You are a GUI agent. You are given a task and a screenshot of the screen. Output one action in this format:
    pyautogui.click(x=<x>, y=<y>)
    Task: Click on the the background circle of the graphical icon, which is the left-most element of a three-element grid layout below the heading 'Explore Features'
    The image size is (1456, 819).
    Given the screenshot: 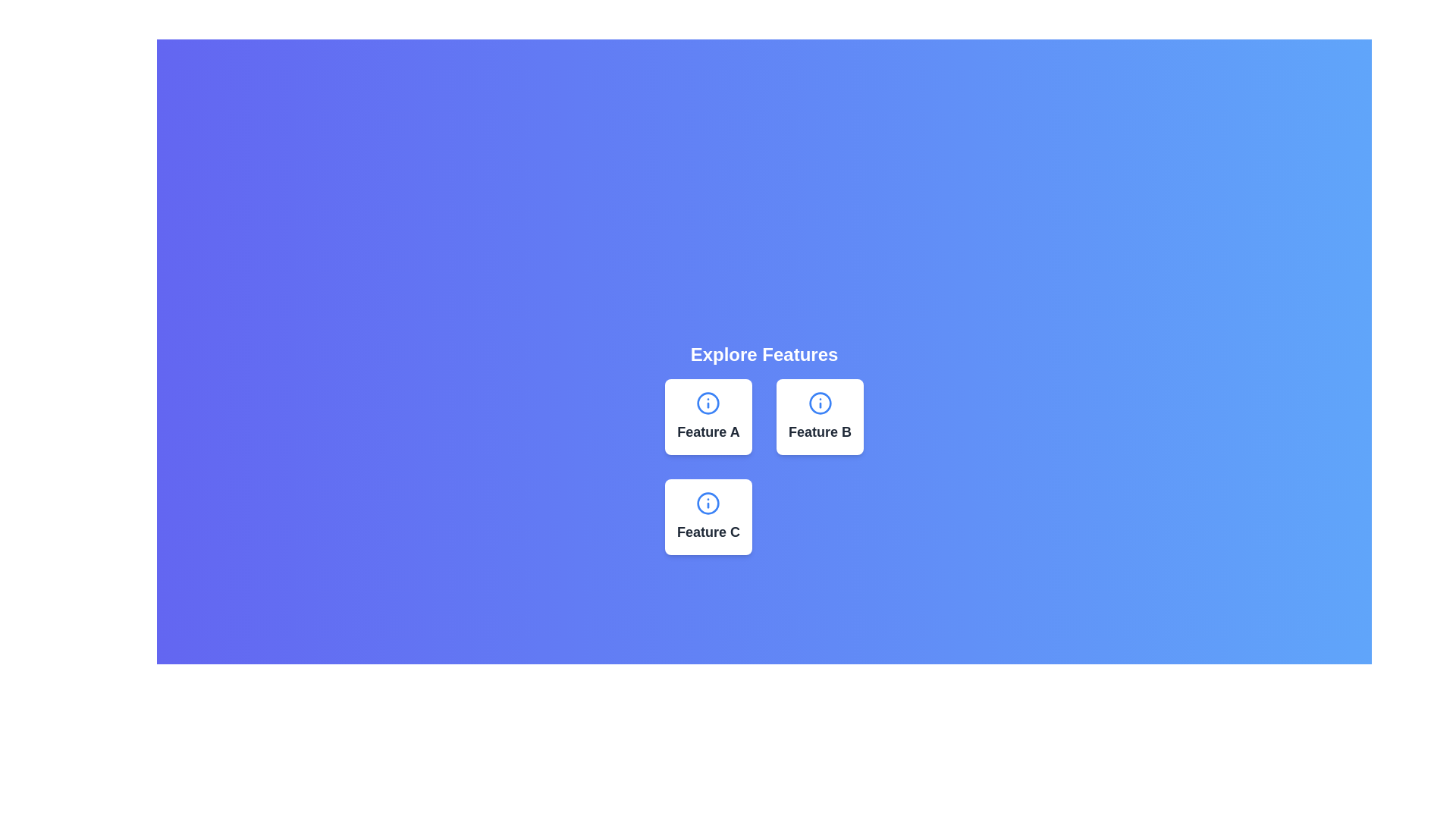 What is the action you would take?
    pyautogui.click(x=708, y=403)
    